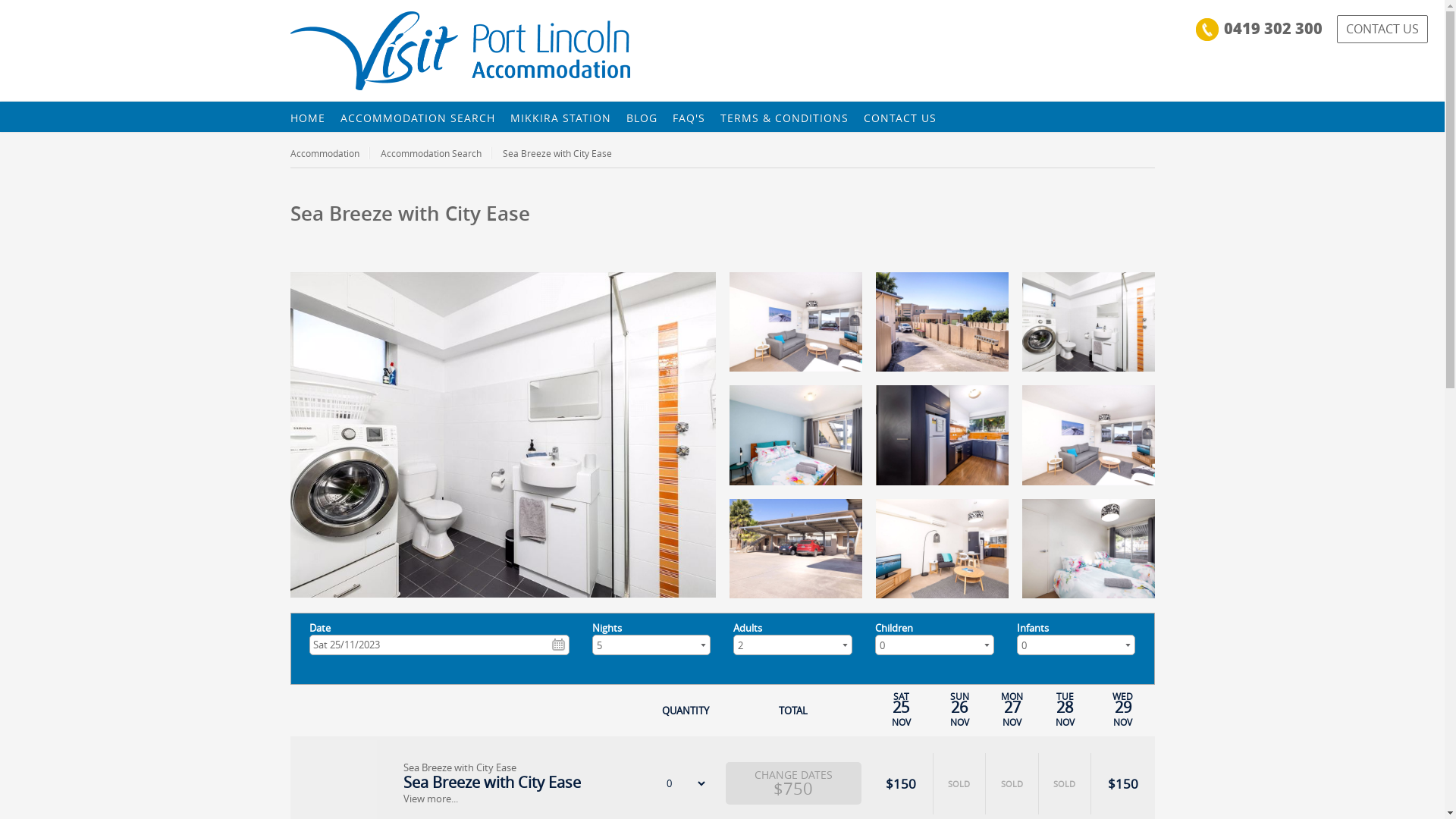  I want to click on 'WED', so click(1123, 696).